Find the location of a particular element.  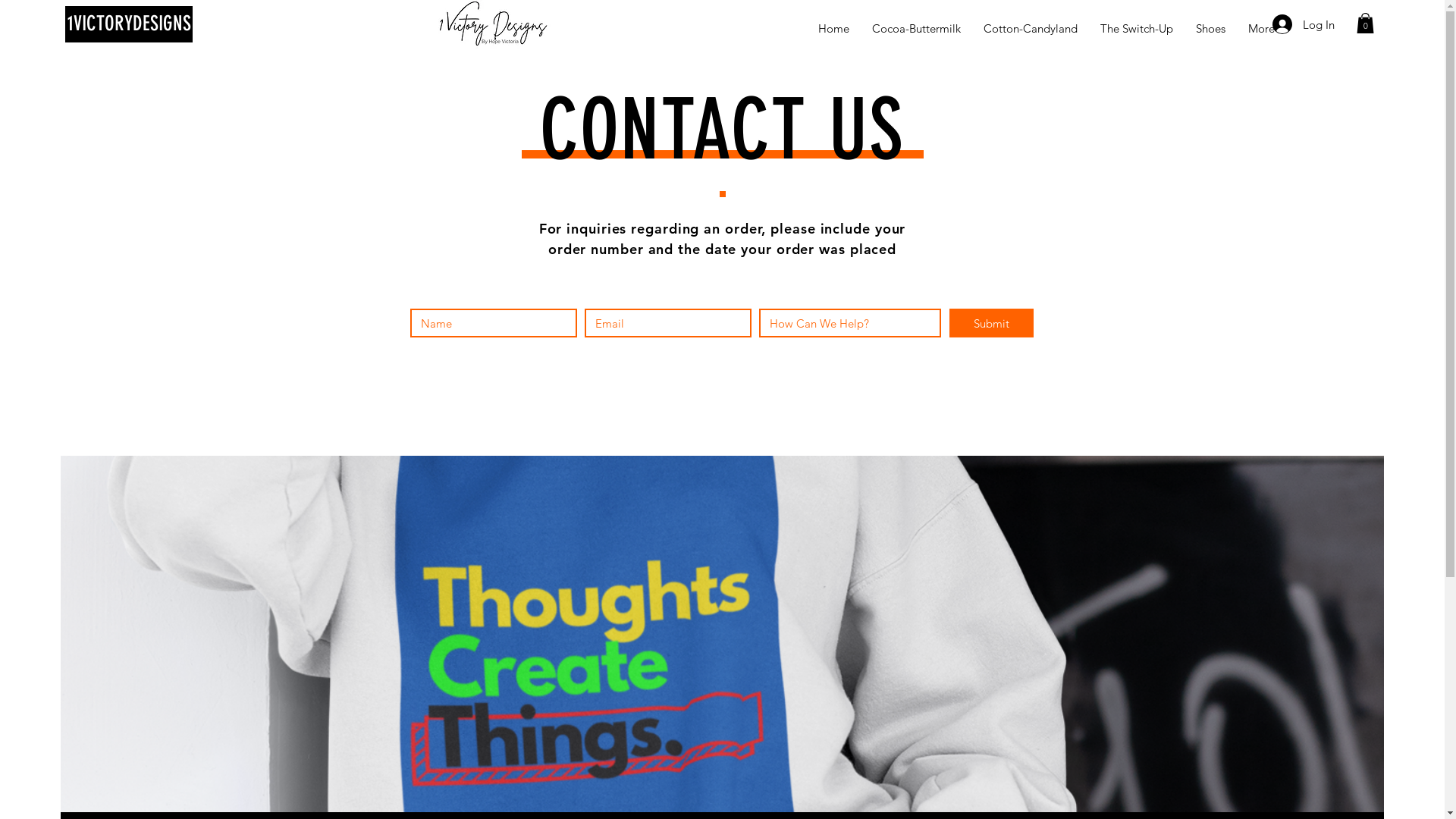

'Shoes' is located at coordinates (1210, 28).